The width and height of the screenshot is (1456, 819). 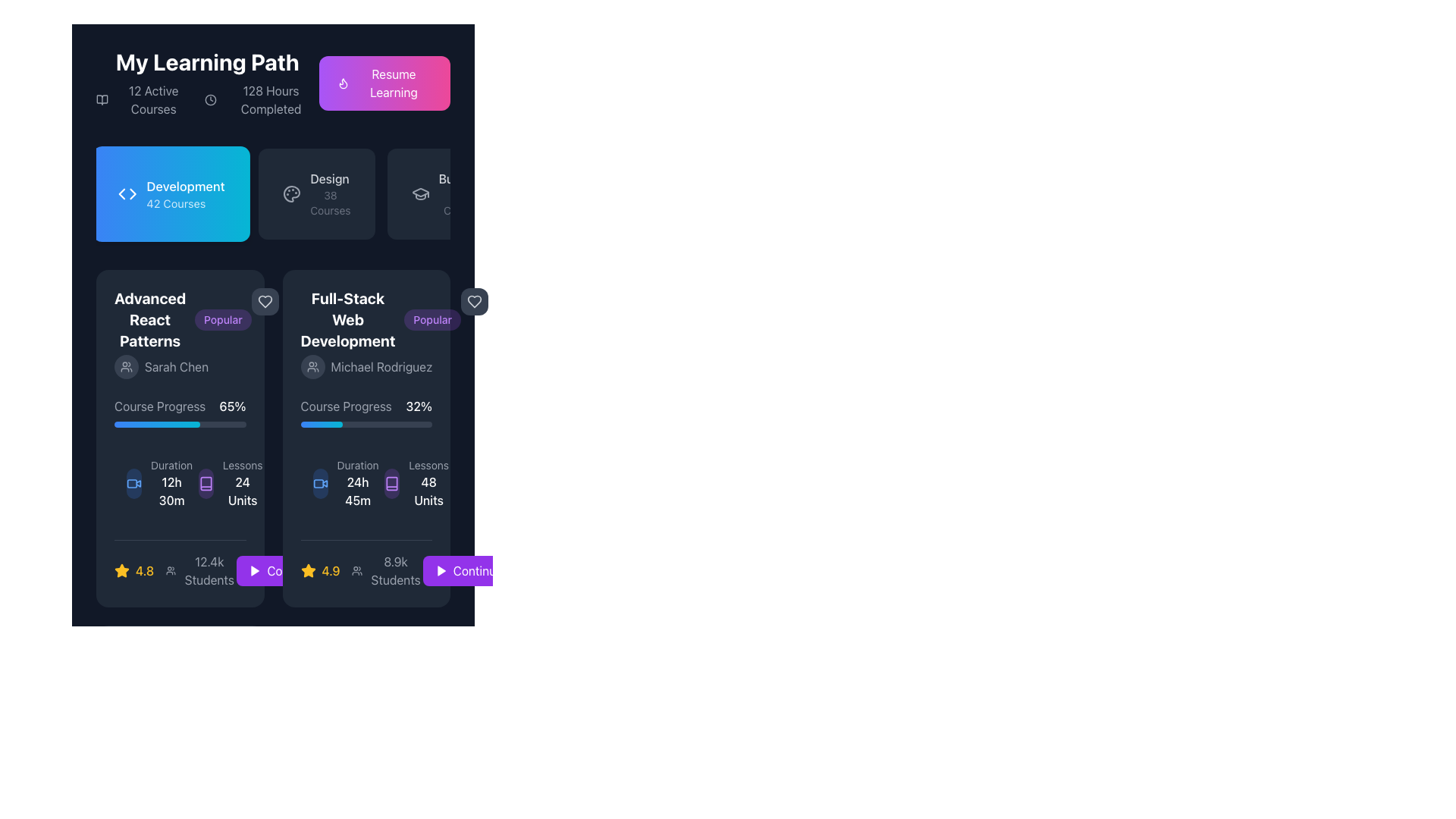 I want to click on the 'Popular' informational badge, which is a light purple rounded rectangular badge with bold purple text, so click(x=222, y=318).